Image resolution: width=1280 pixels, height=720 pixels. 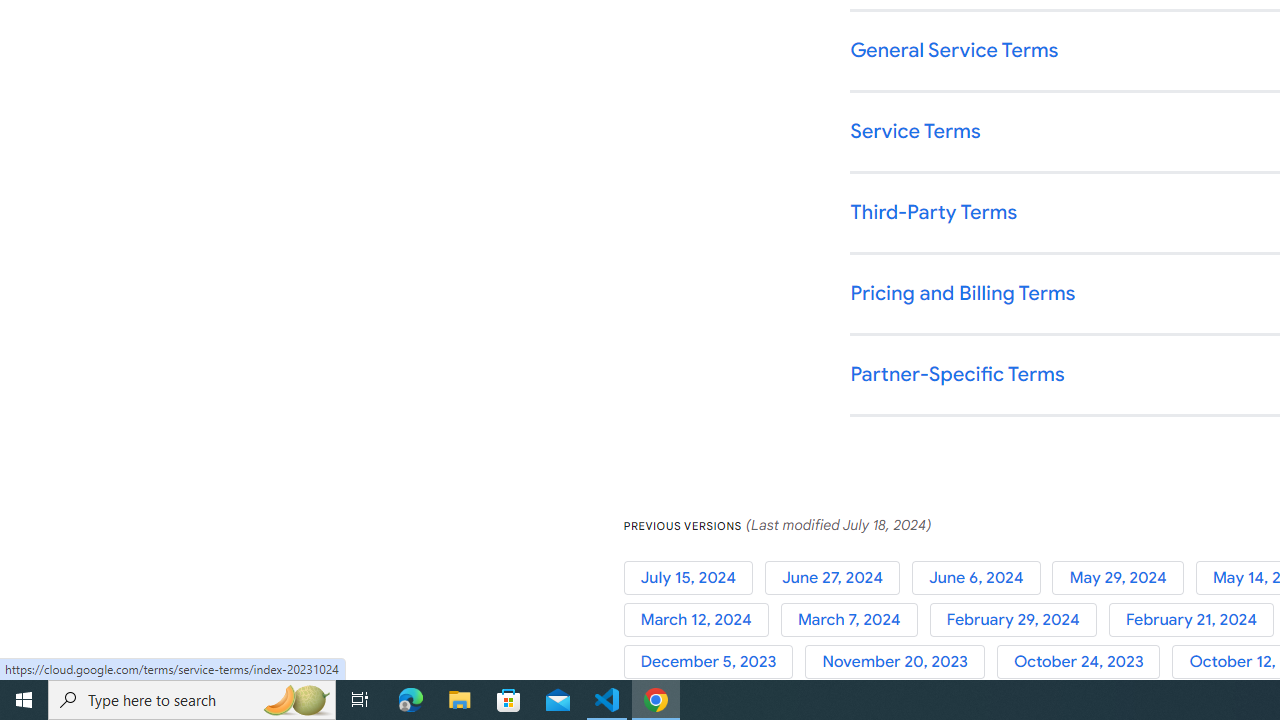 I want to click on 'June 6, 2024', so click(x=982, y=577).